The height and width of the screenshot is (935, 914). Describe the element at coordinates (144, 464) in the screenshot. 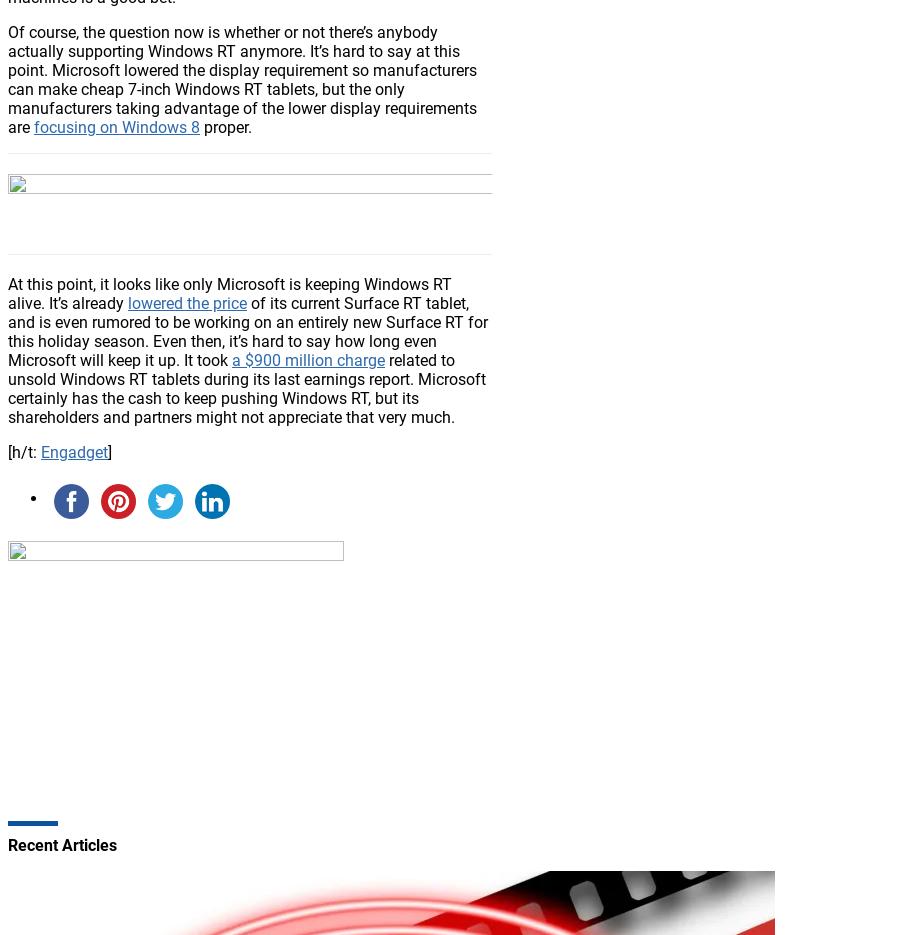

I see `'PaymentTrends'` at that location.